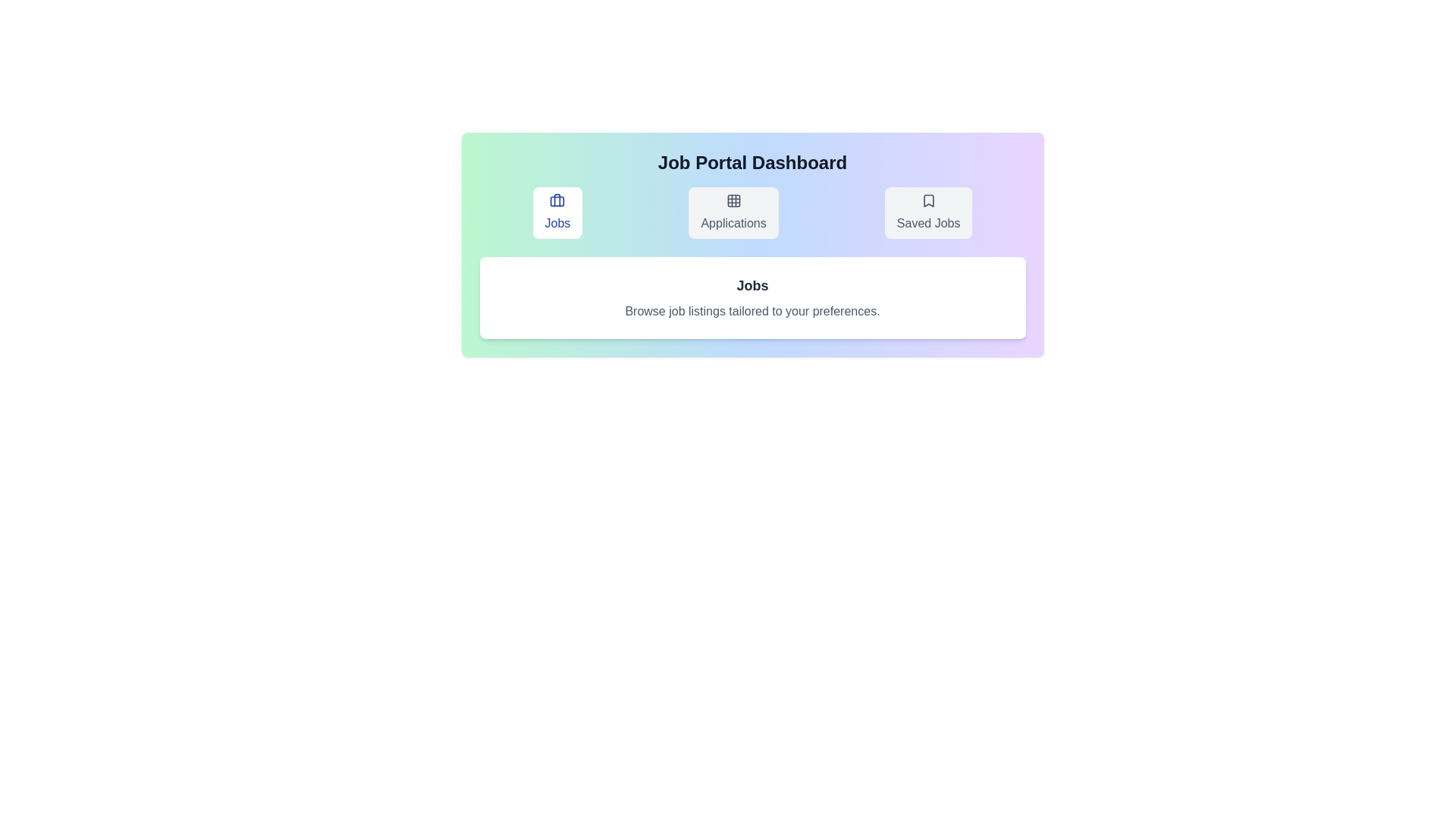 Image resolution: width=1456 pixels, height=819 pixels. What do you see at coordinates (927, 213) in the screenshot?
I see `the Saved Jobs section by clicking on the corresponding tab` at bounding box center [927, 213].